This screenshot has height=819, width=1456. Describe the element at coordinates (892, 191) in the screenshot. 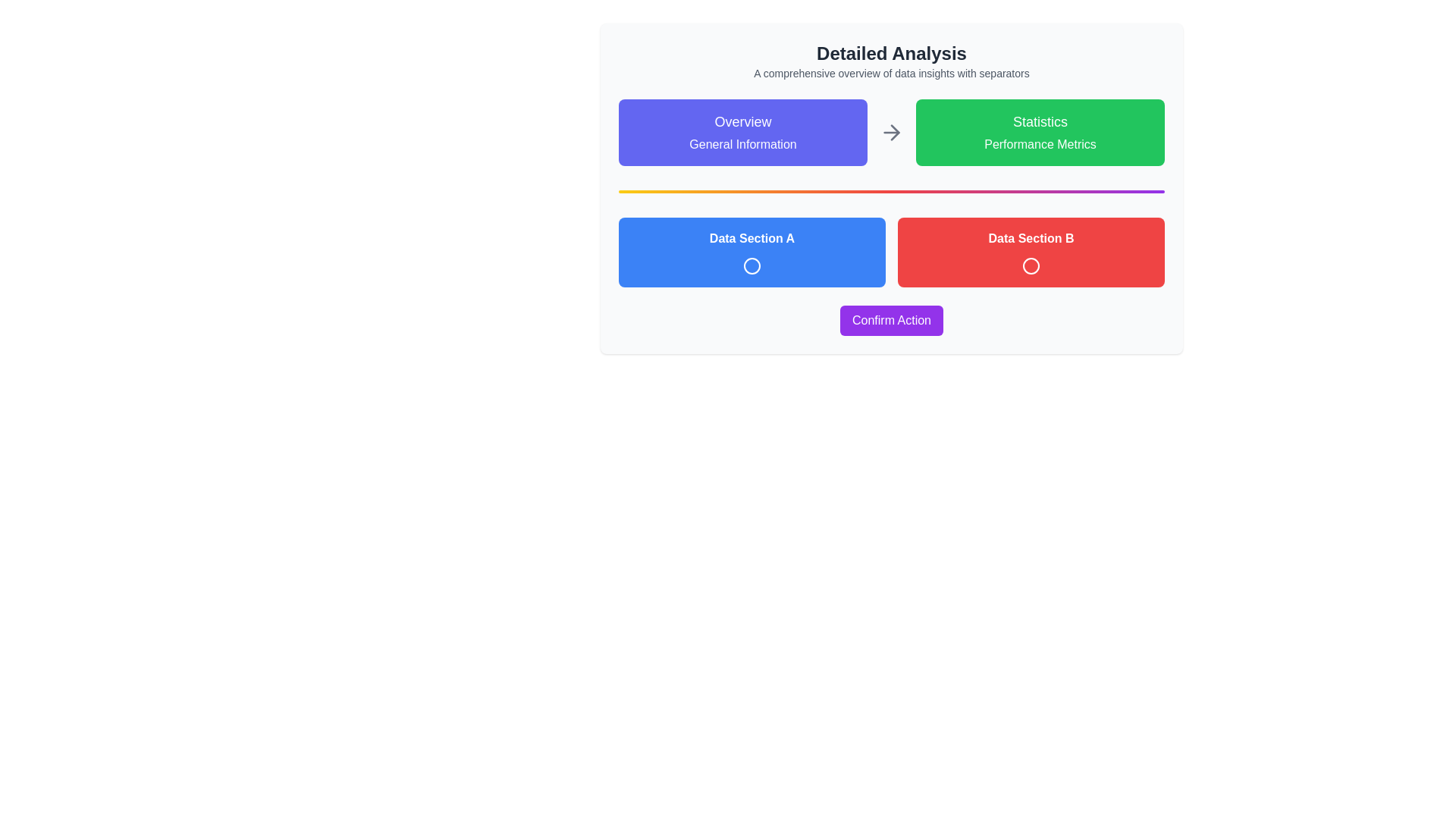

I see `the thin horizontal Separator bar featuring a gradient fill transitioning from yellow through red to purple, positioned below the 'Overview' and 'Statistics' sections and above 'Data Section A' and 'Data Section B'` at that location.